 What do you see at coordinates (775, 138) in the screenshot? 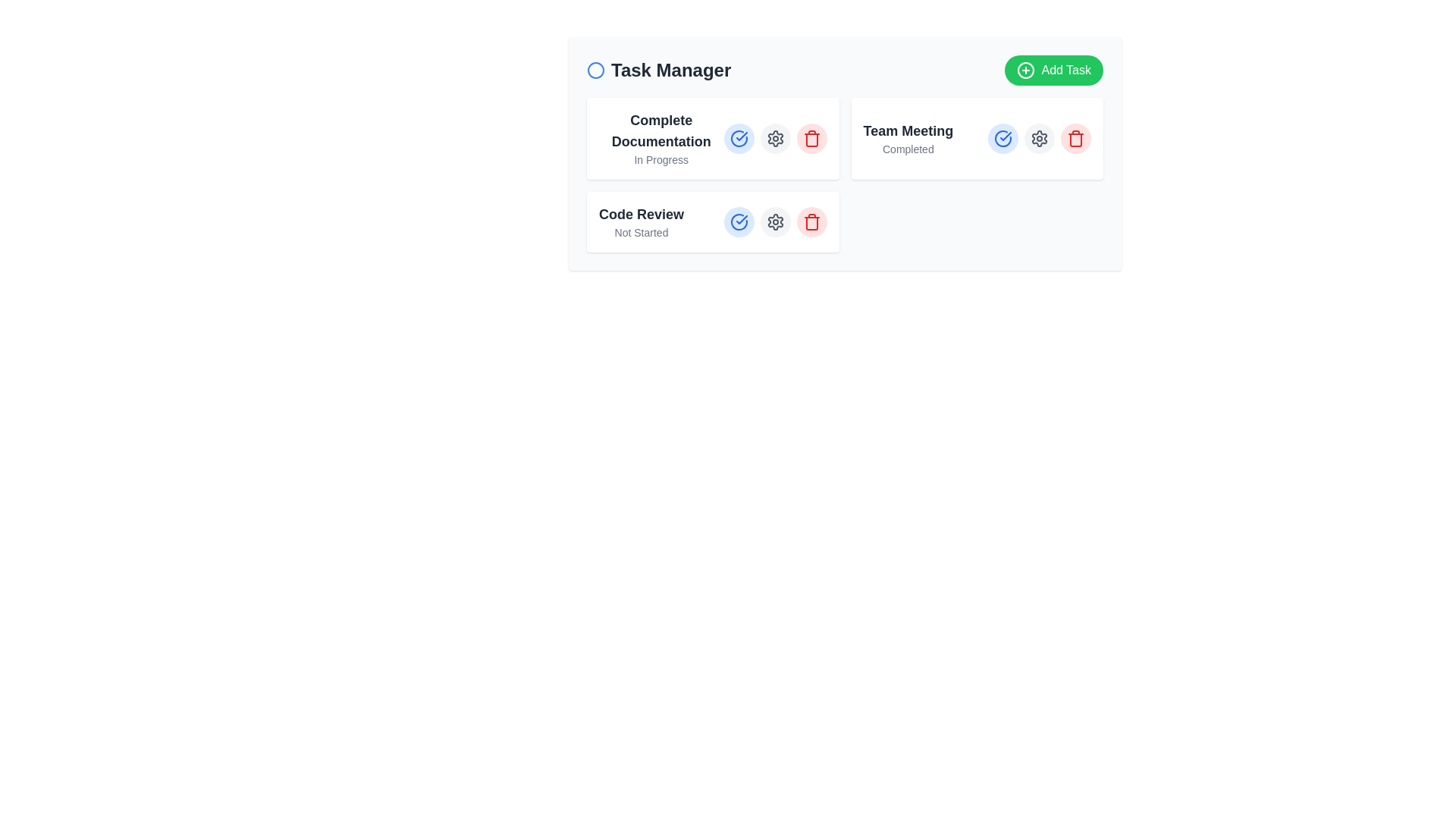
I see `the settings icon button located` at bounding box center [775, 138].